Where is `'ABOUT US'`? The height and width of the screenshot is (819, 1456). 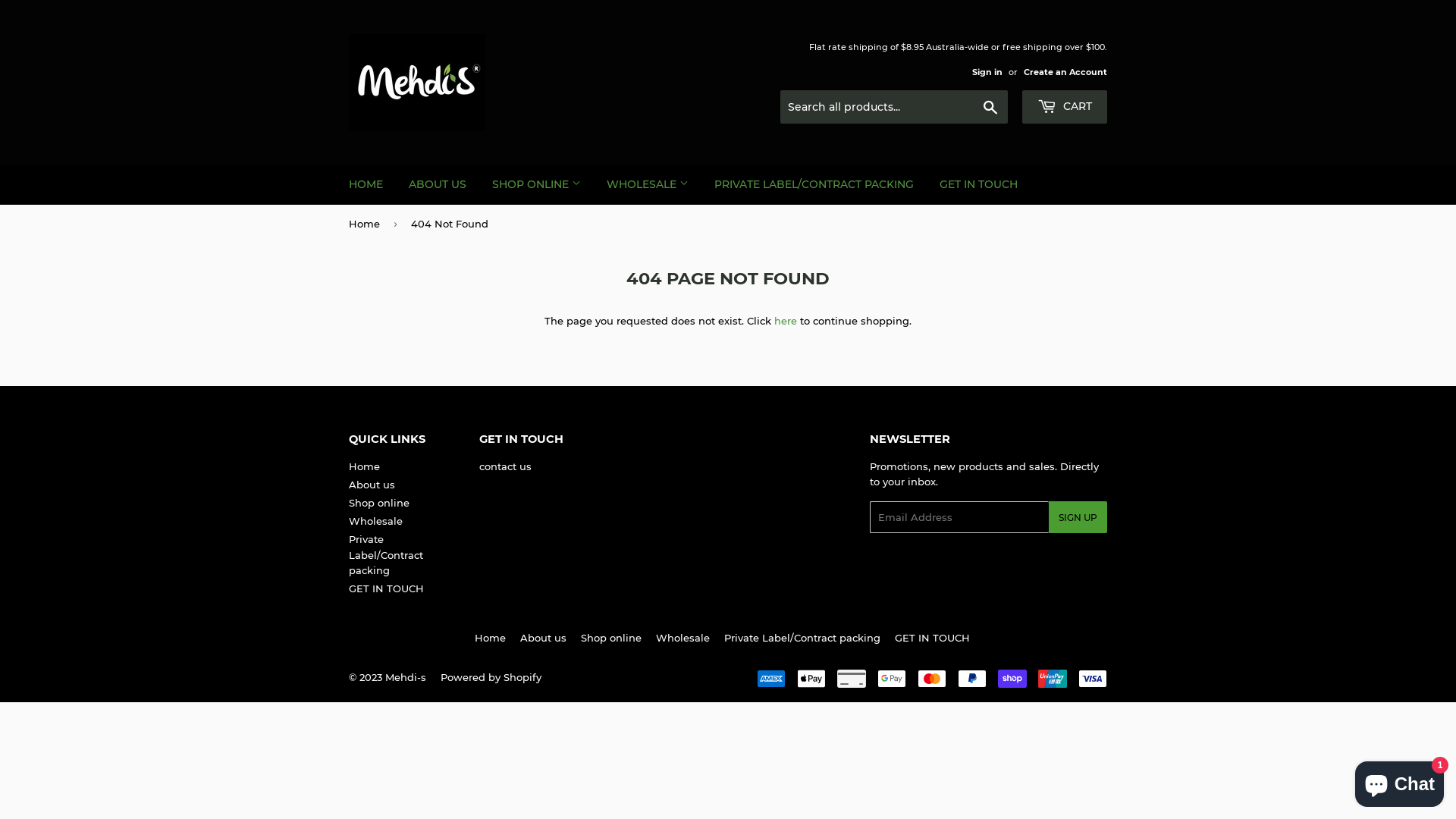 'ABOUT US' is located at coordinates (436, 184).